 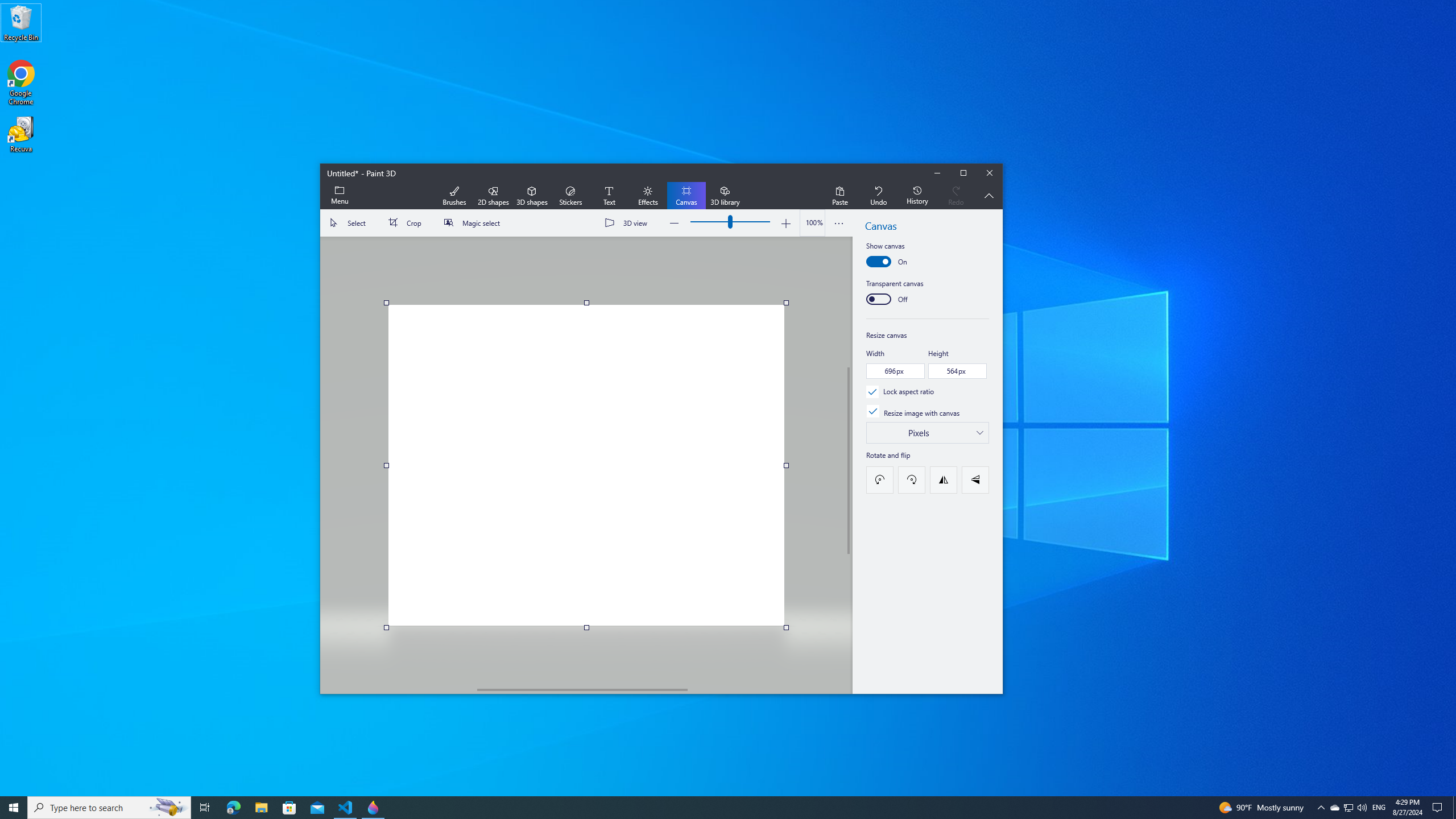 I want to click on 'Recycle Bin', so click(x=20, y=22).